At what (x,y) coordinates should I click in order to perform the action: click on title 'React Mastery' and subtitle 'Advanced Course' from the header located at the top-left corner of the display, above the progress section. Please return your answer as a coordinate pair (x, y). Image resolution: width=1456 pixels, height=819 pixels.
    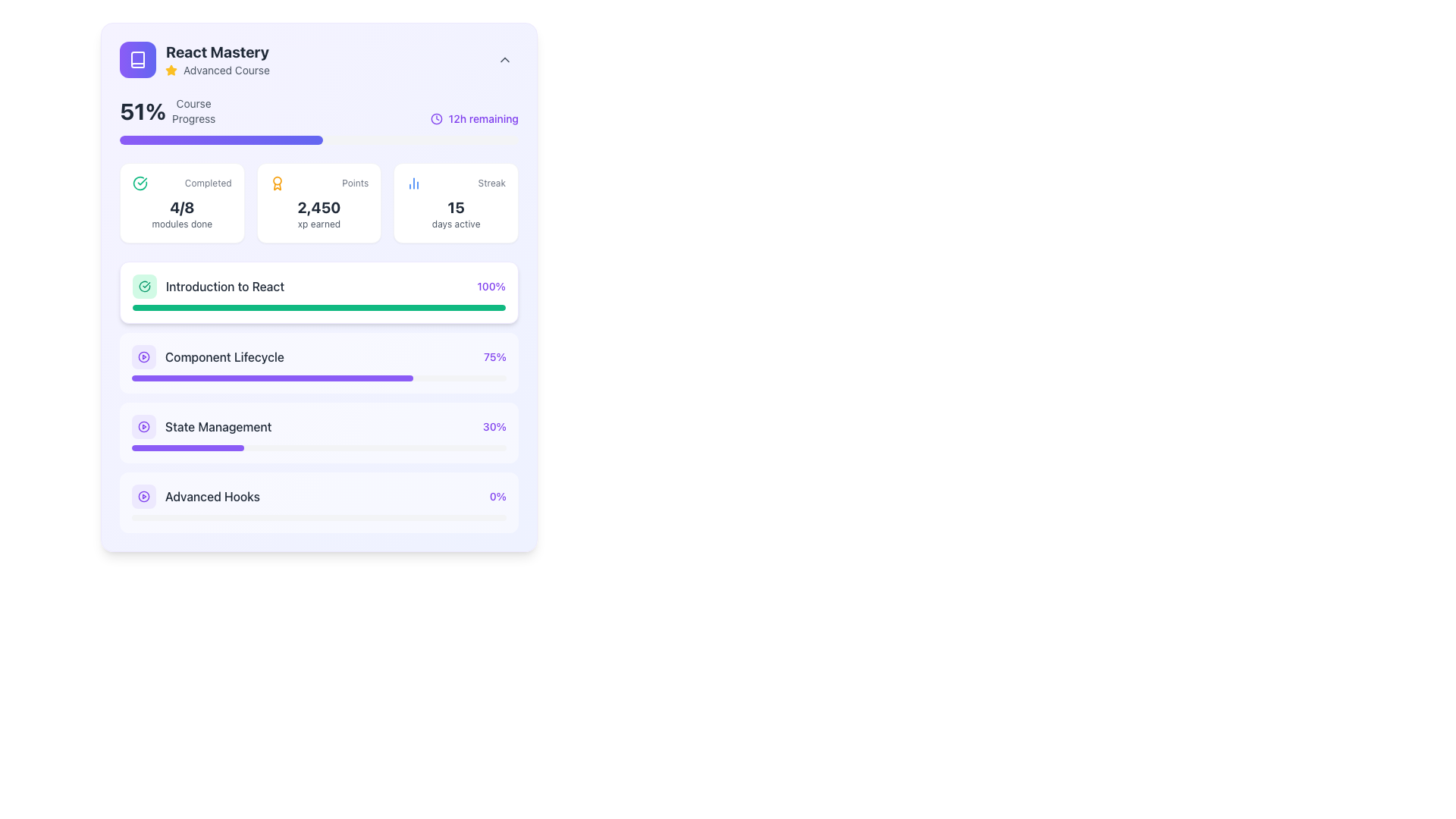
    Looking at the image, I should click on (193, 58).